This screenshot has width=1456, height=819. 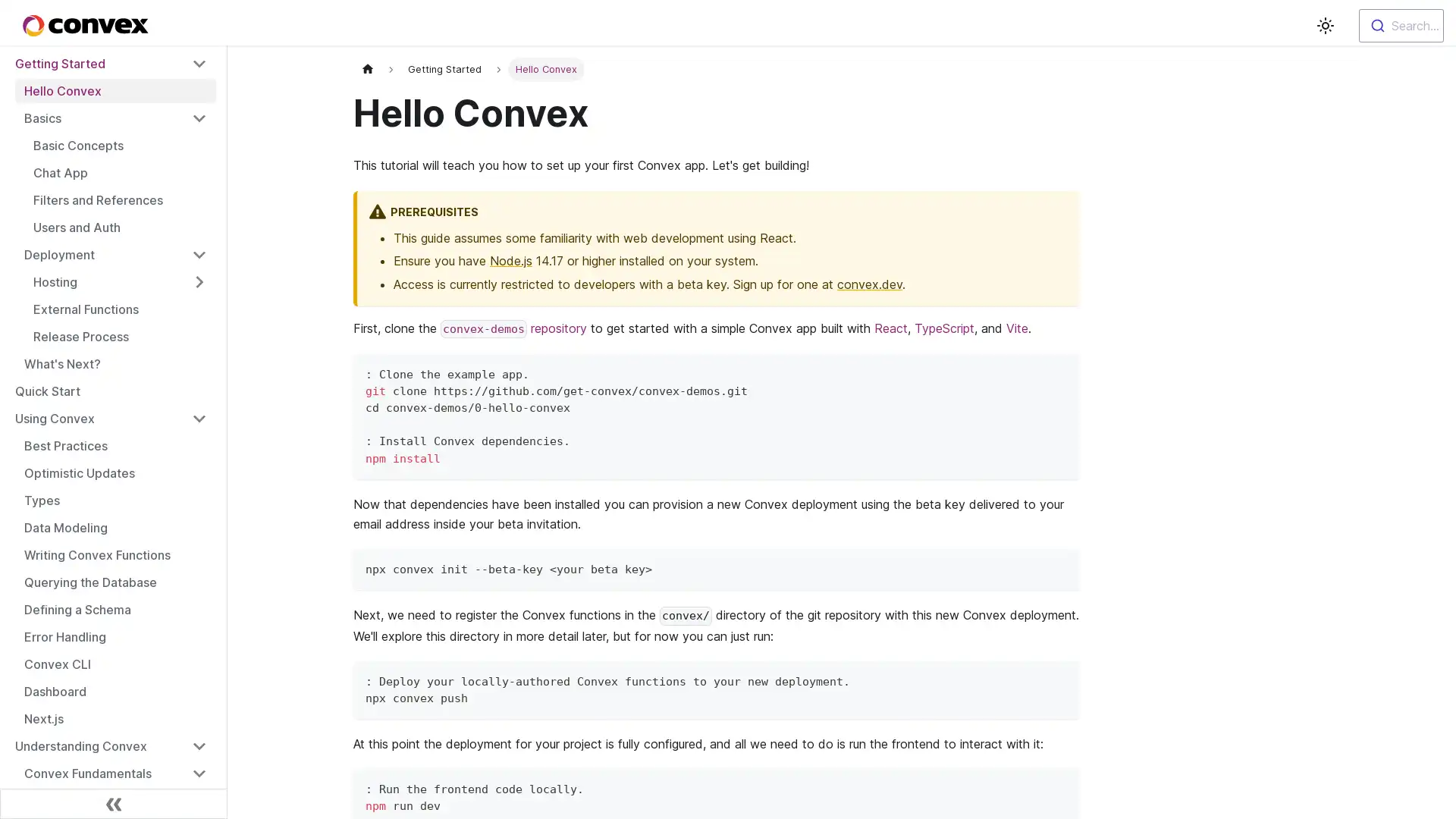 I want to click on Toggle the collapsible sidebar category 'Convex Fundamentals', so click(x=199, y=773).